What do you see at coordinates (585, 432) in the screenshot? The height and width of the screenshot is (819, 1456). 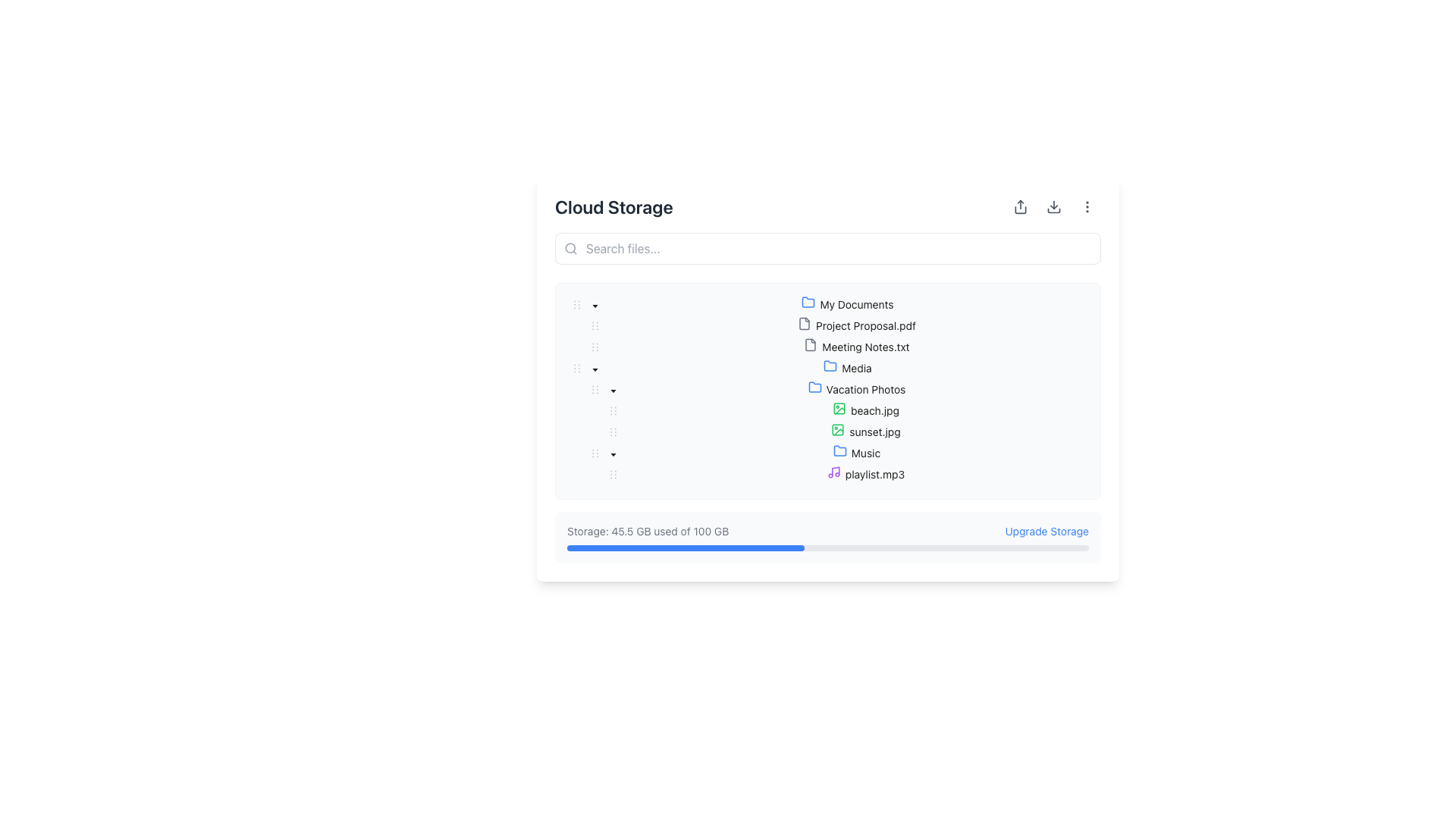 I see `the decorative hierarchical indentation marker element located to the left of the 'sunset.jpg' entry, which is indicated by two small dots arranged horizontally` at bounding box center [585, 432].